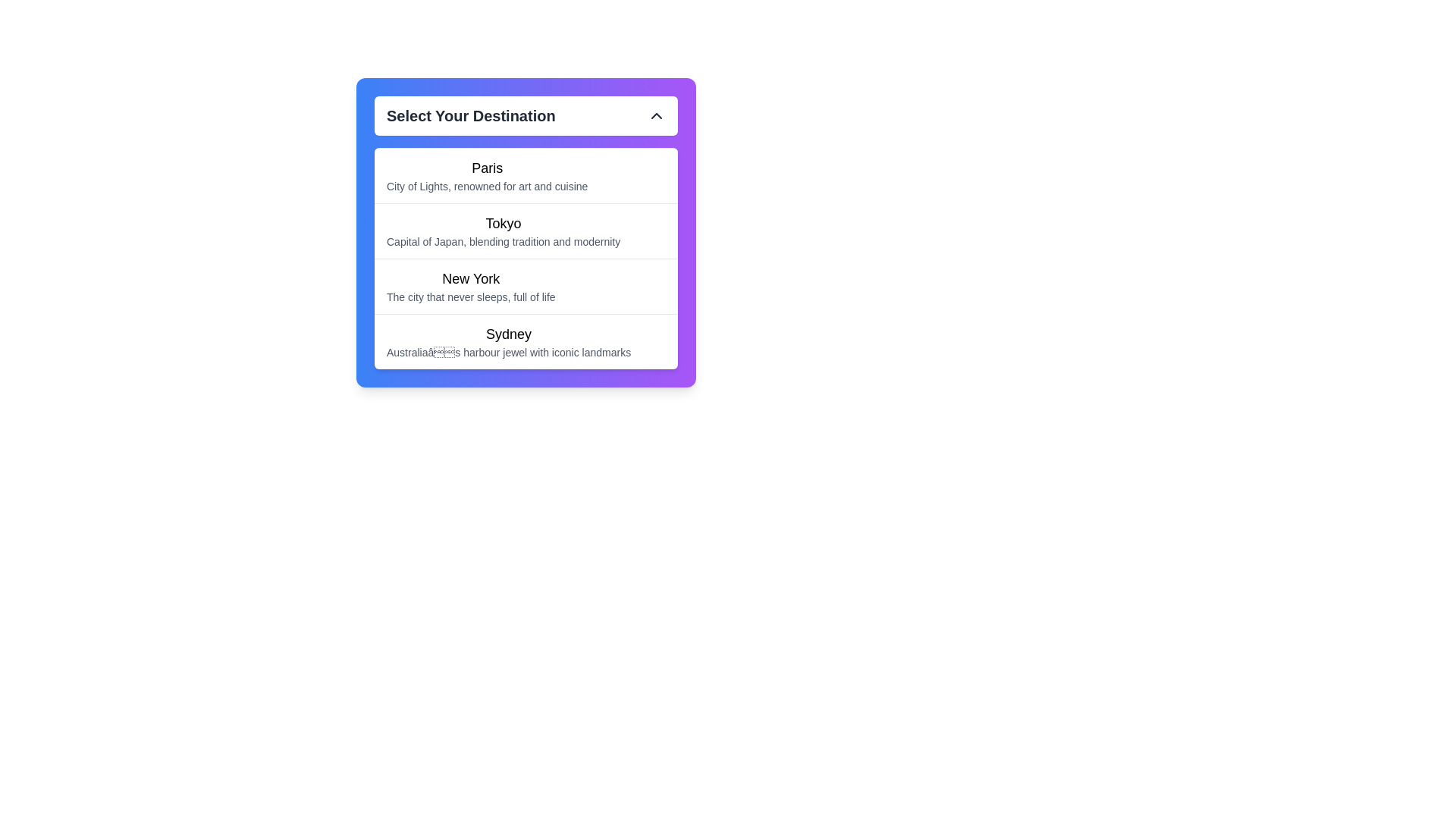 The height and width of the screenshot is (819, 1456). Describe the element at coordinates (509, 333) in the screenshot. I see `the Text label that serves as a heading for the city of Sydney, located in the bottom section of the 'Select Your Destination' interface card` at that location.